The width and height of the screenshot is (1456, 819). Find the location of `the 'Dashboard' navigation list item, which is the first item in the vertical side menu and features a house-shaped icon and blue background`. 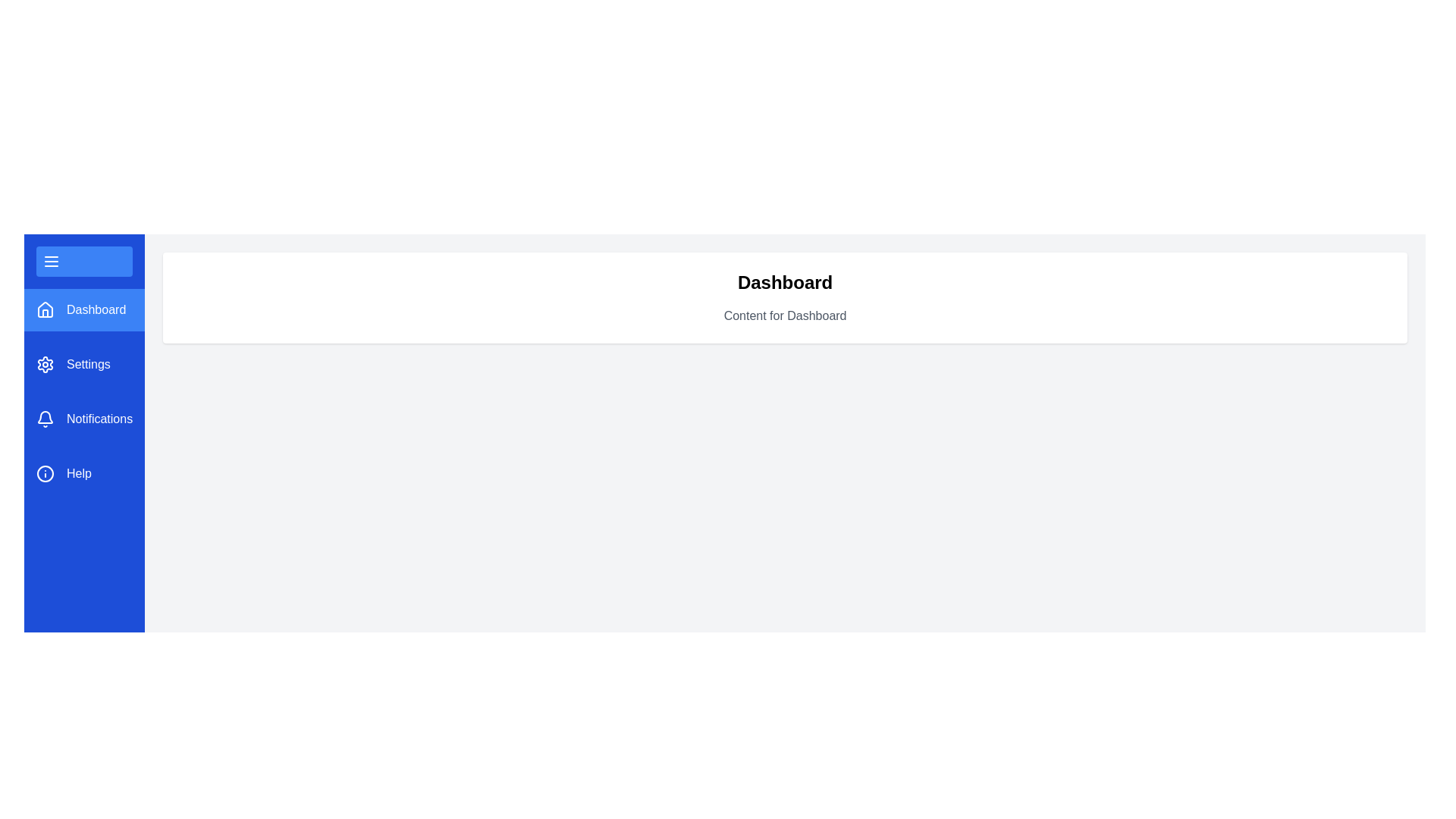

the 'Dashboard' navigation list item, which is the first item in the vertical side menu and features a house-shaped icon and blue background is located at coordinates (83, 309).